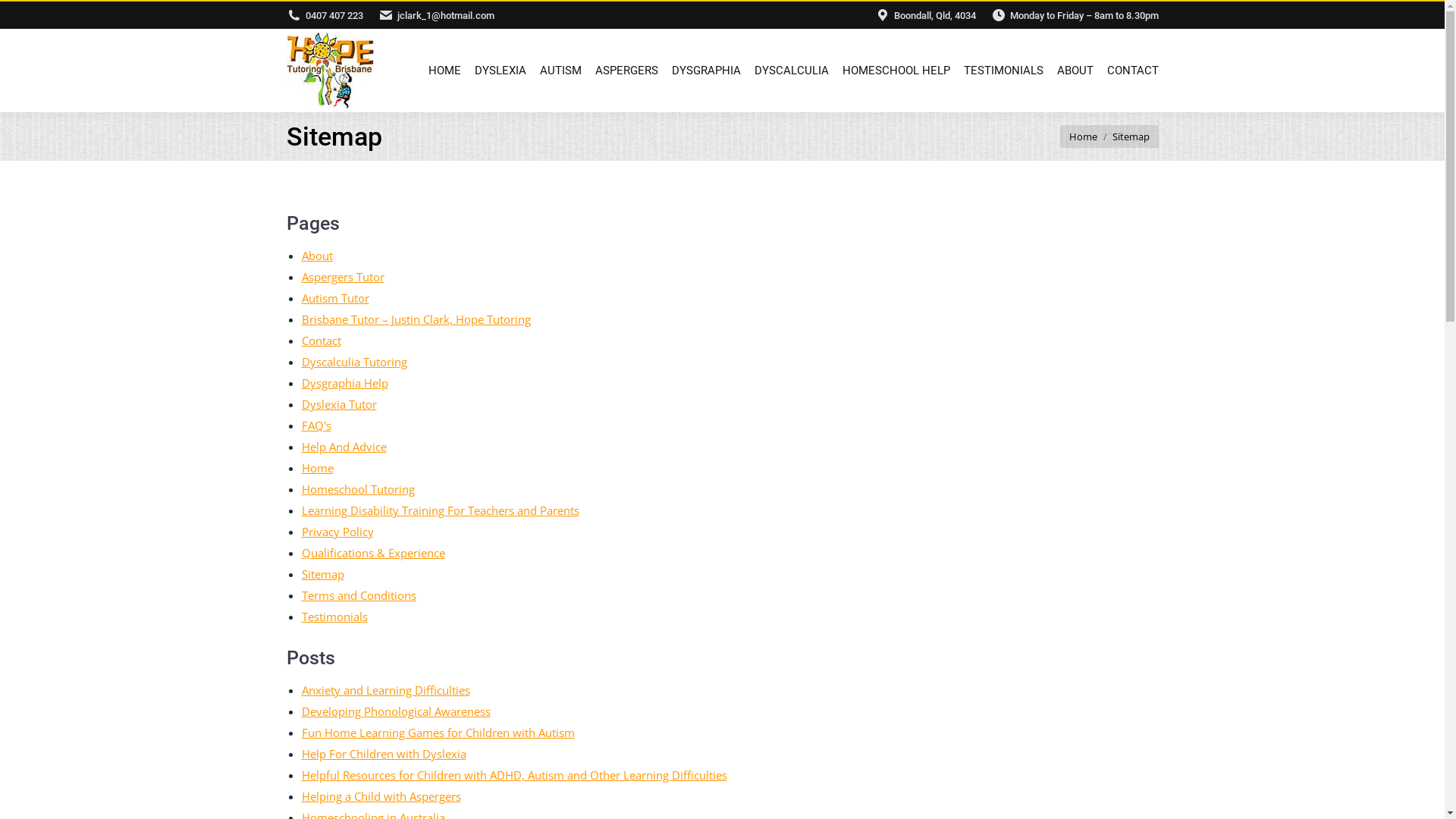  I want to click on 'AUTISM', so click(557, 70).